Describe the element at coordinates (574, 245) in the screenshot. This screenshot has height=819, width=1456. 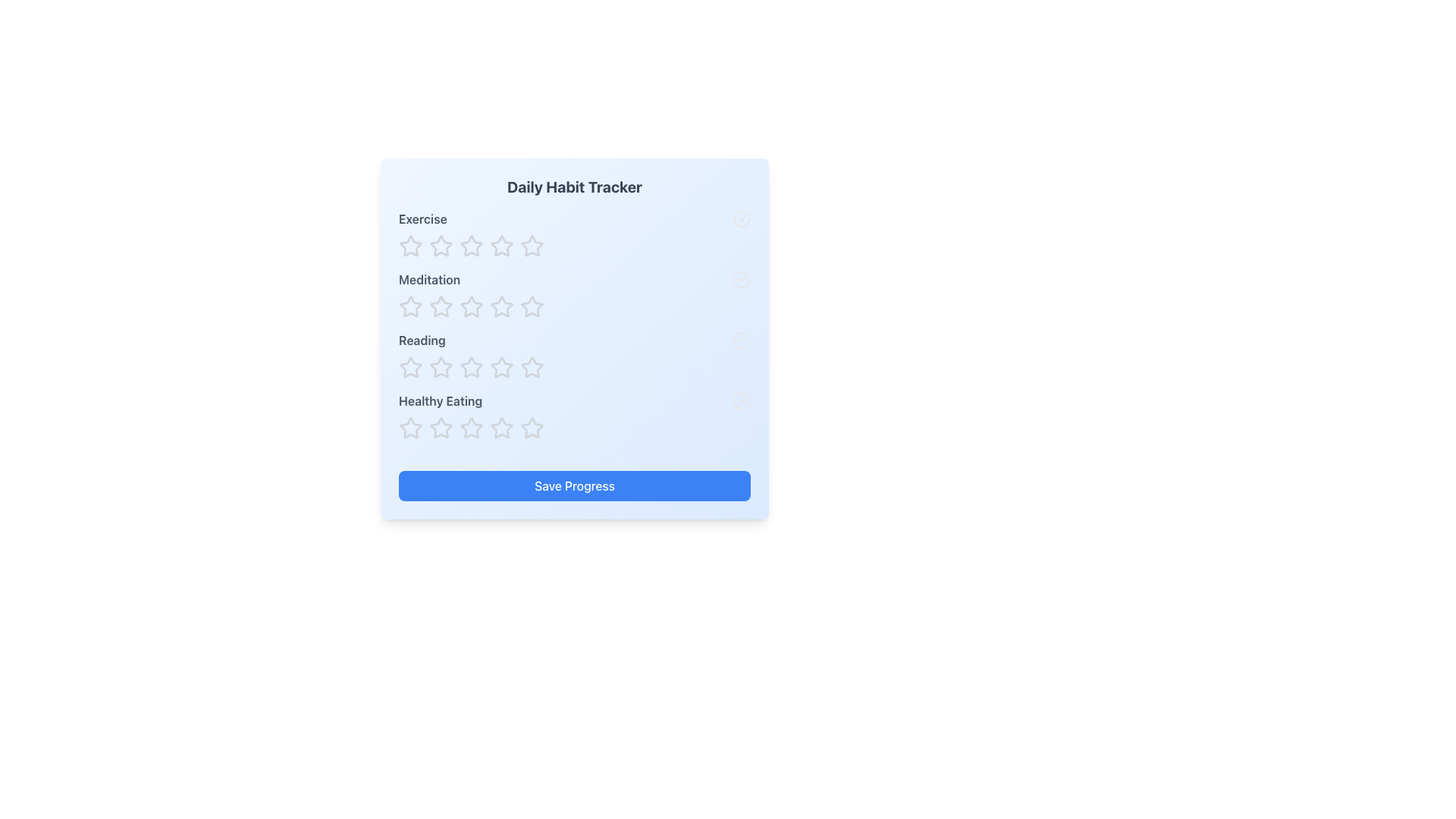
I see `across the first row of star icons in the Rating component under the 'Exercise' label` at that location.